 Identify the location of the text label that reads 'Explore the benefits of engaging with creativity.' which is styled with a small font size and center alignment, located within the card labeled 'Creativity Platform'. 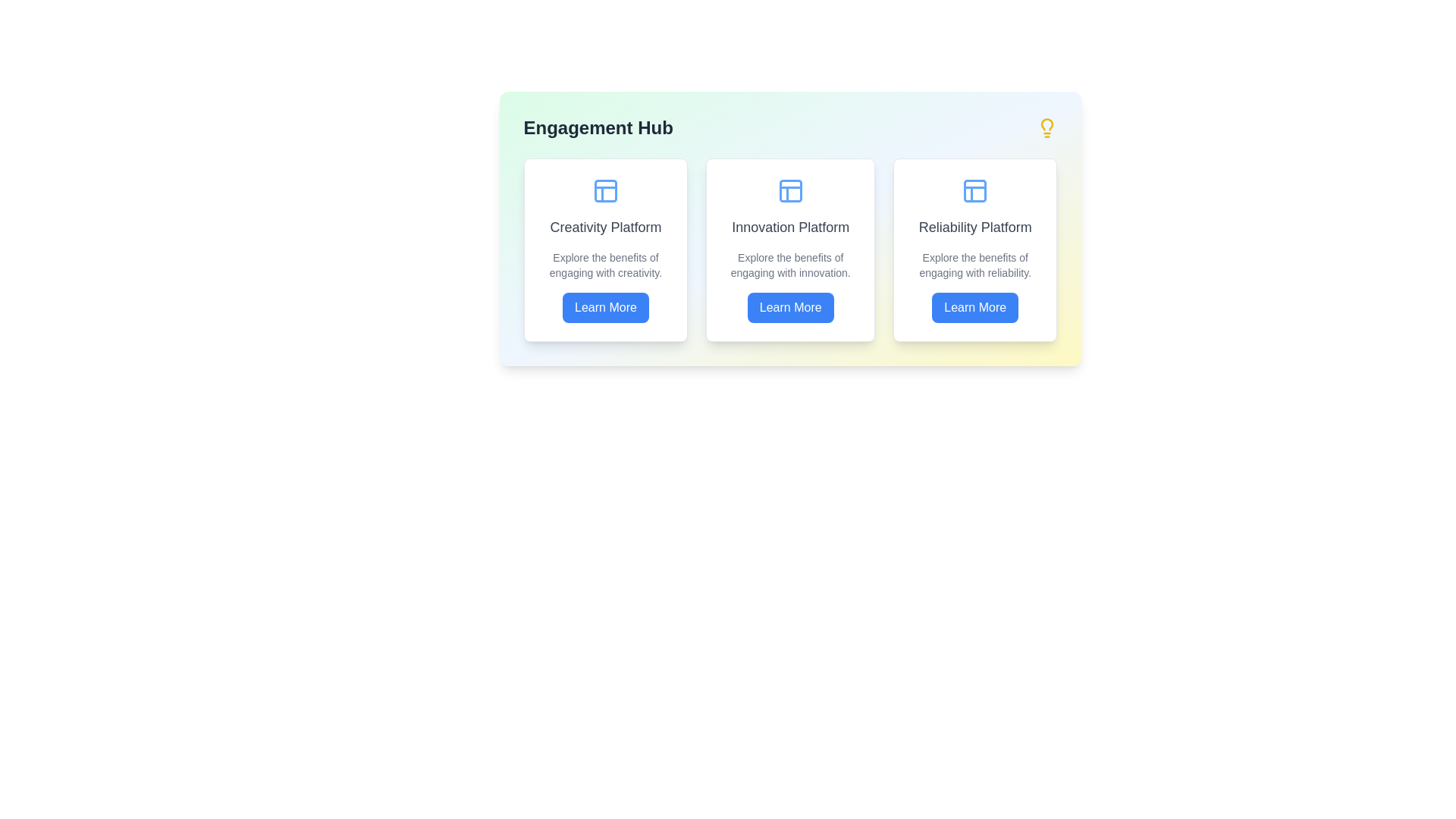
(604, 265).